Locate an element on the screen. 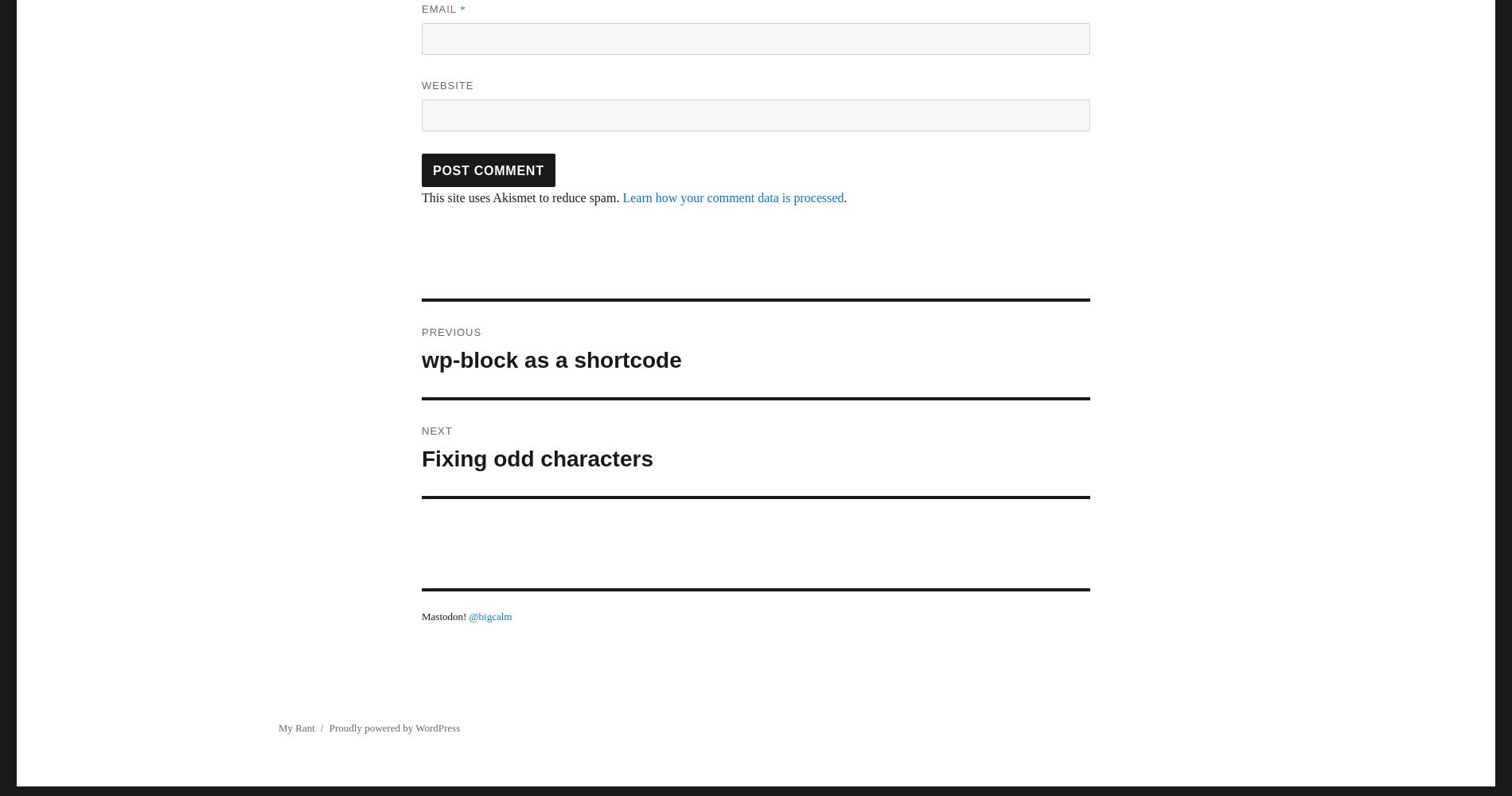 This screenshot has width=1512, height=796. 'Learn how your comment data is processed' is located at coordinates (622, 197).